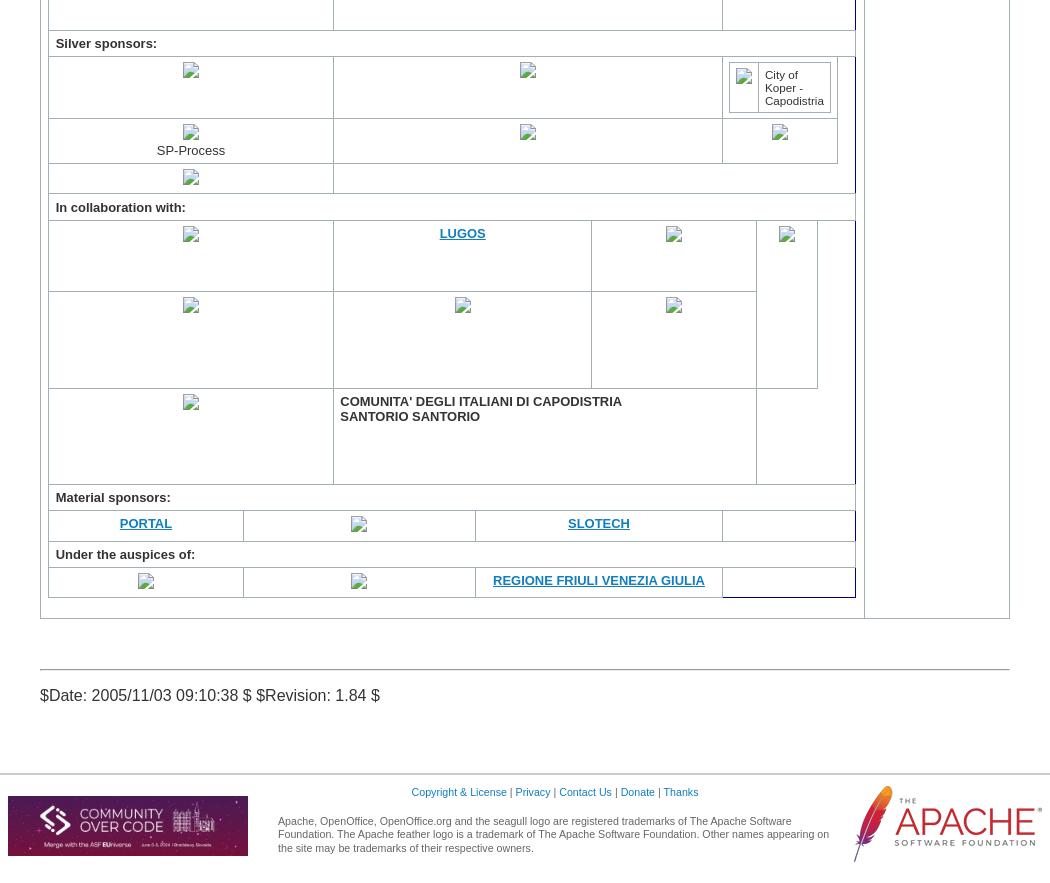 The height and width of the screenshot is (883, 1050). I want to click on 'Silver sponsors:', so click(54, 41).